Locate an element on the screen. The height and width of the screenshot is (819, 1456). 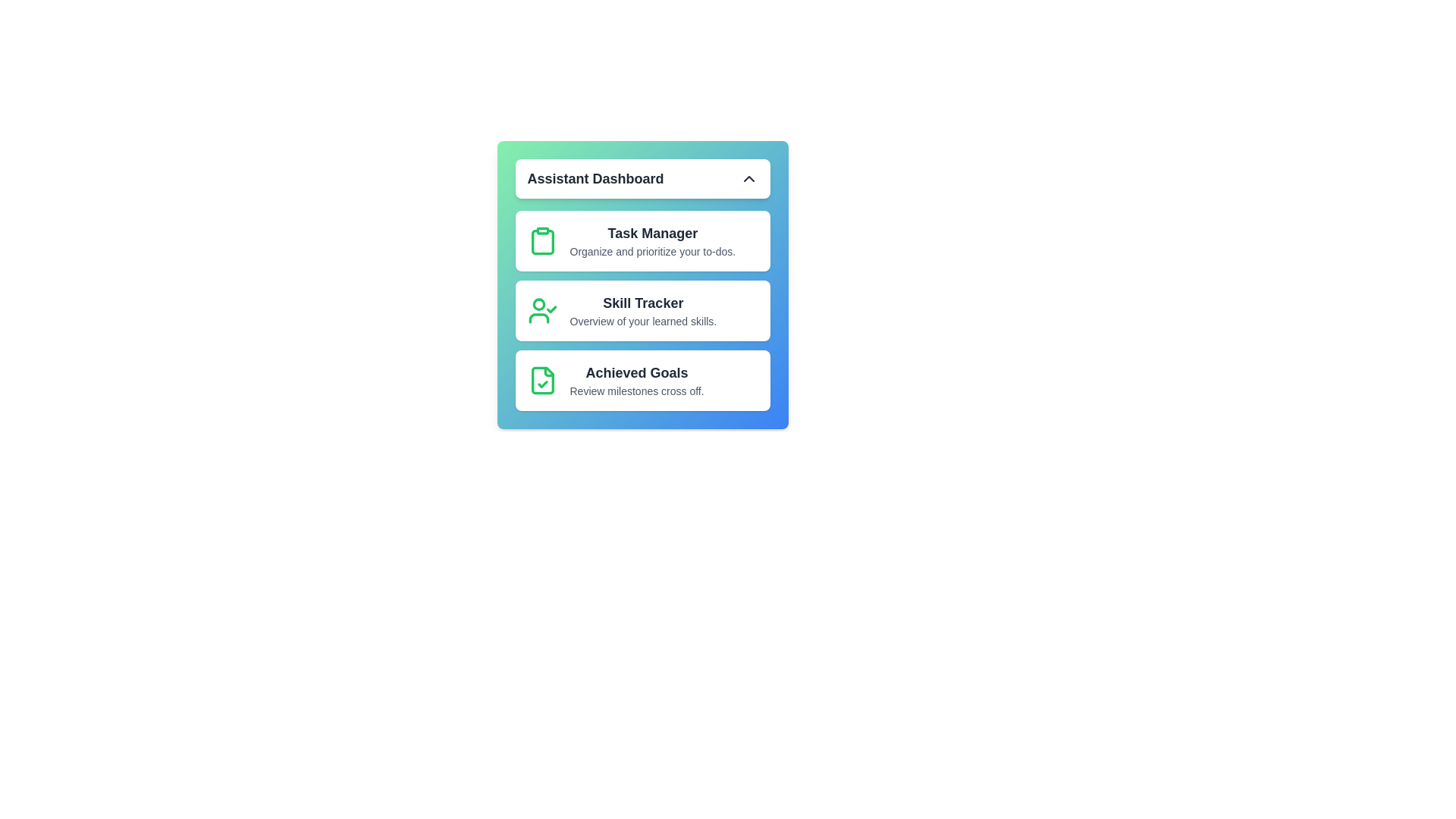
the option Skill Tracker to preview its effect is located at coordinates (642, 309).